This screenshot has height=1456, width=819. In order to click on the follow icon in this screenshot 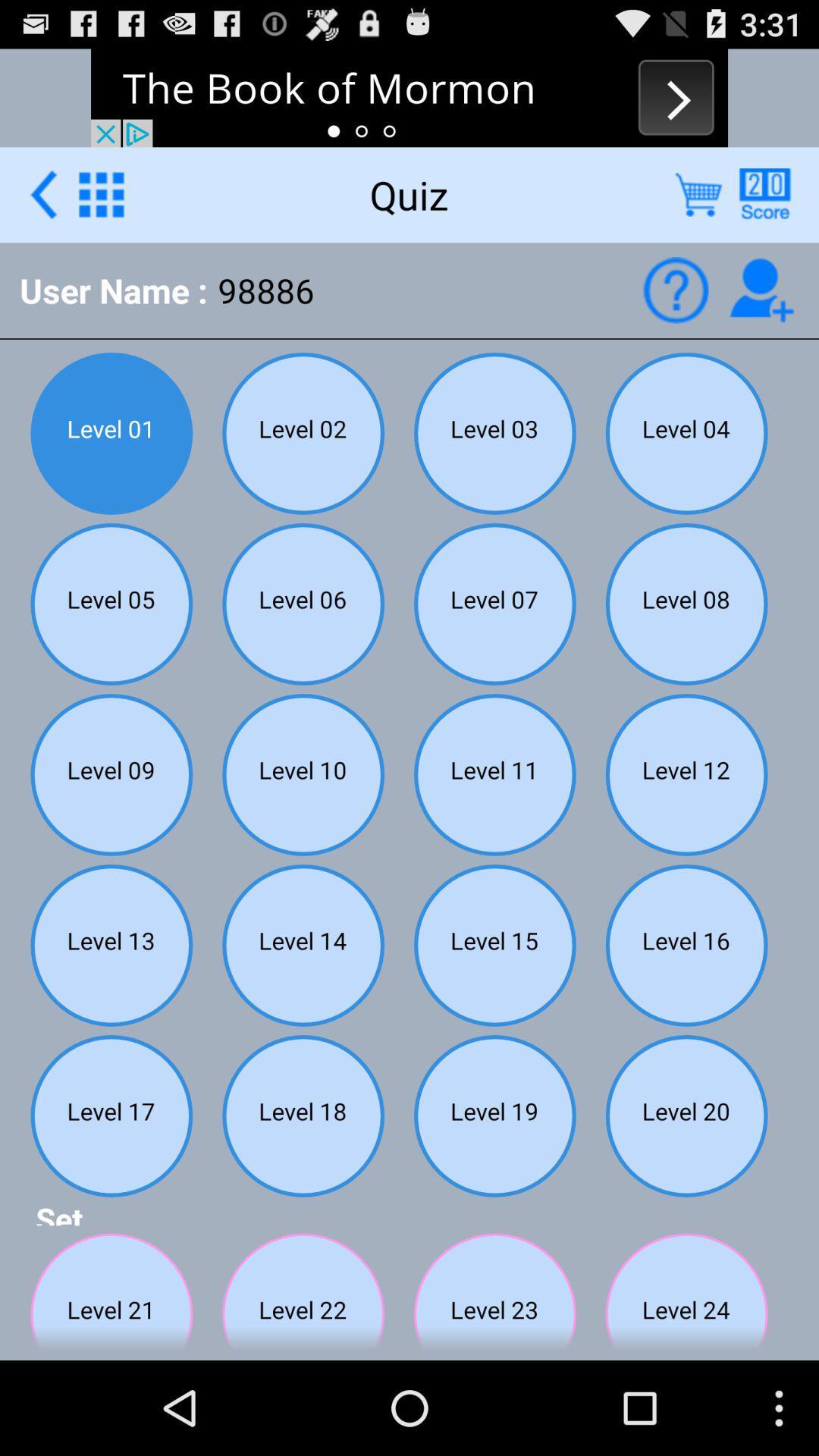, I will do `click(761, 309)`.